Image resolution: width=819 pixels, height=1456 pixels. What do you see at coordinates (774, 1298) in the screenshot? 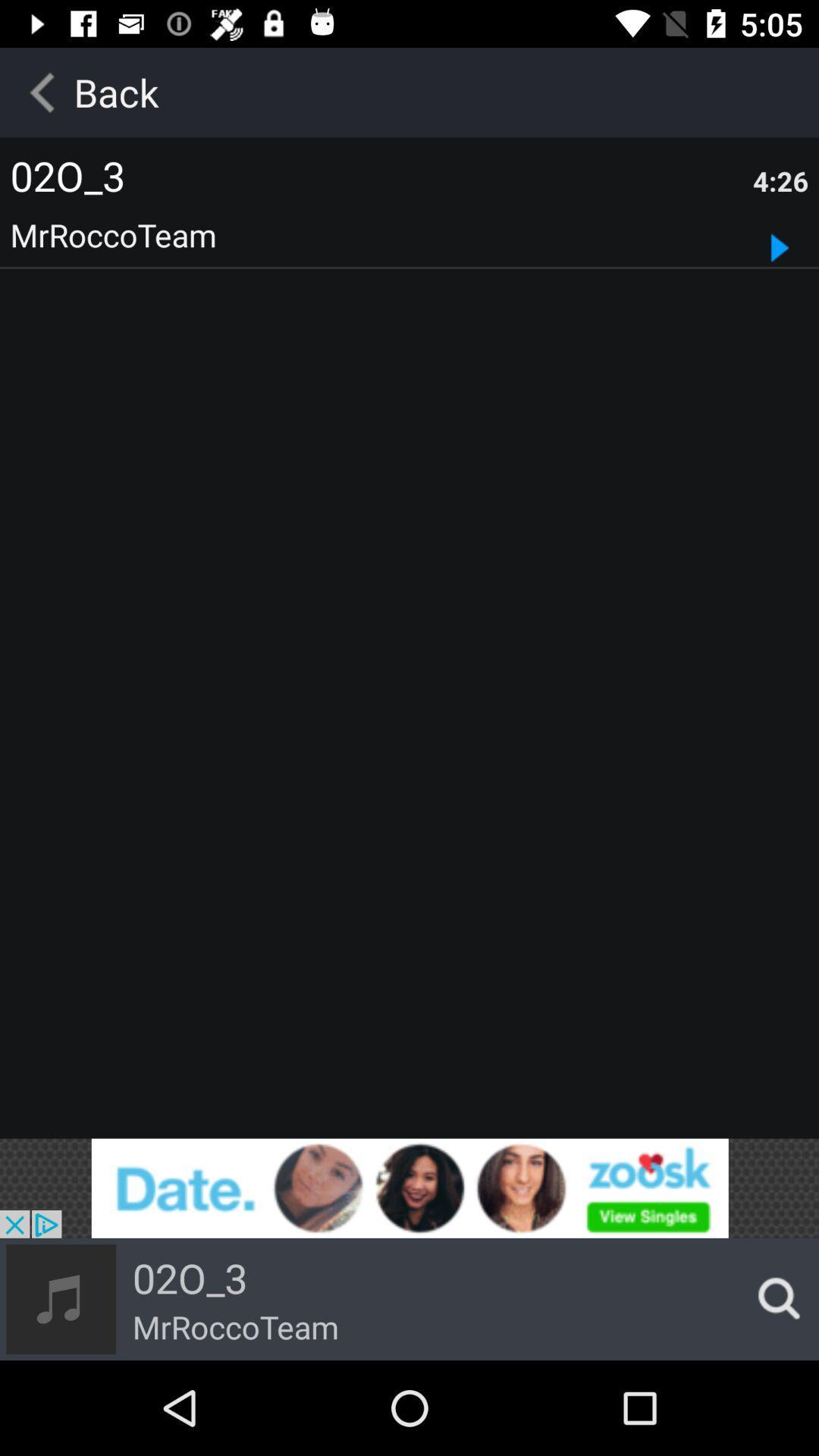
I see `search` at bounding box center [774, 1298].